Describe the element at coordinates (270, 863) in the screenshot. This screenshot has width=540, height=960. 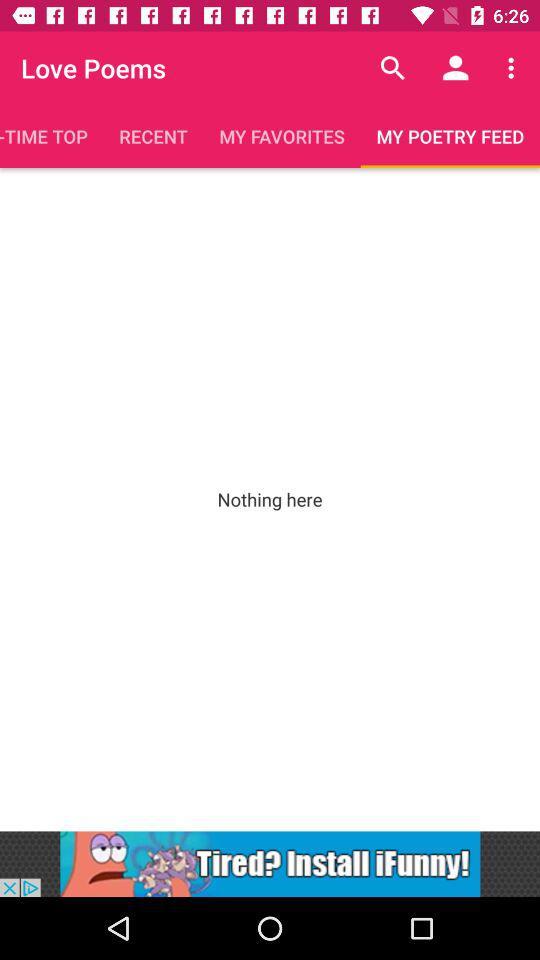
I see `click advertisement` at that location.